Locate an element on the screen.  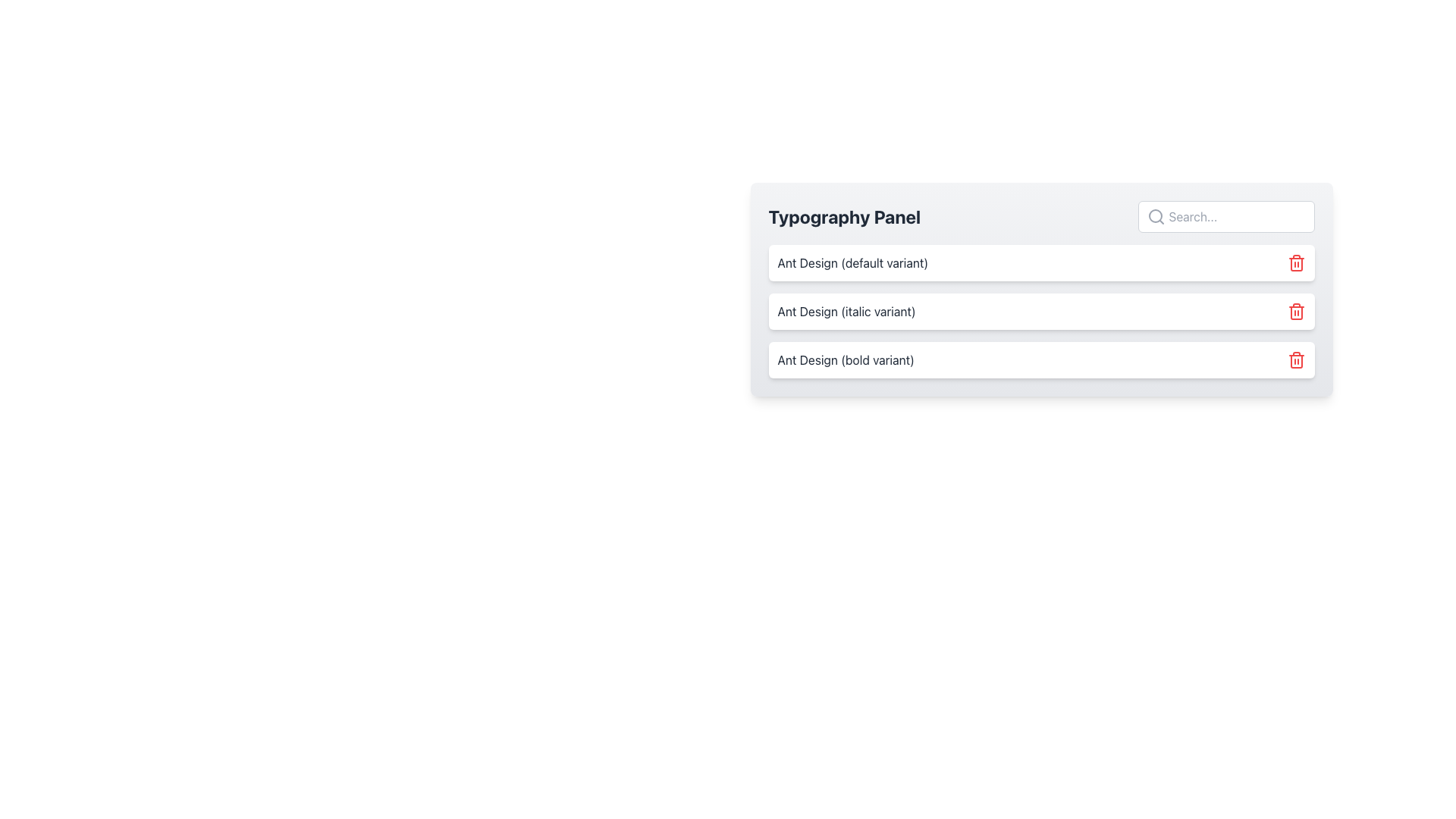
text content of the left-aligned text label displaying 'Ant Design (bold variant)' in dark gray, located in the Typography Panel below the italic variant is located at coordinates (845, 359).